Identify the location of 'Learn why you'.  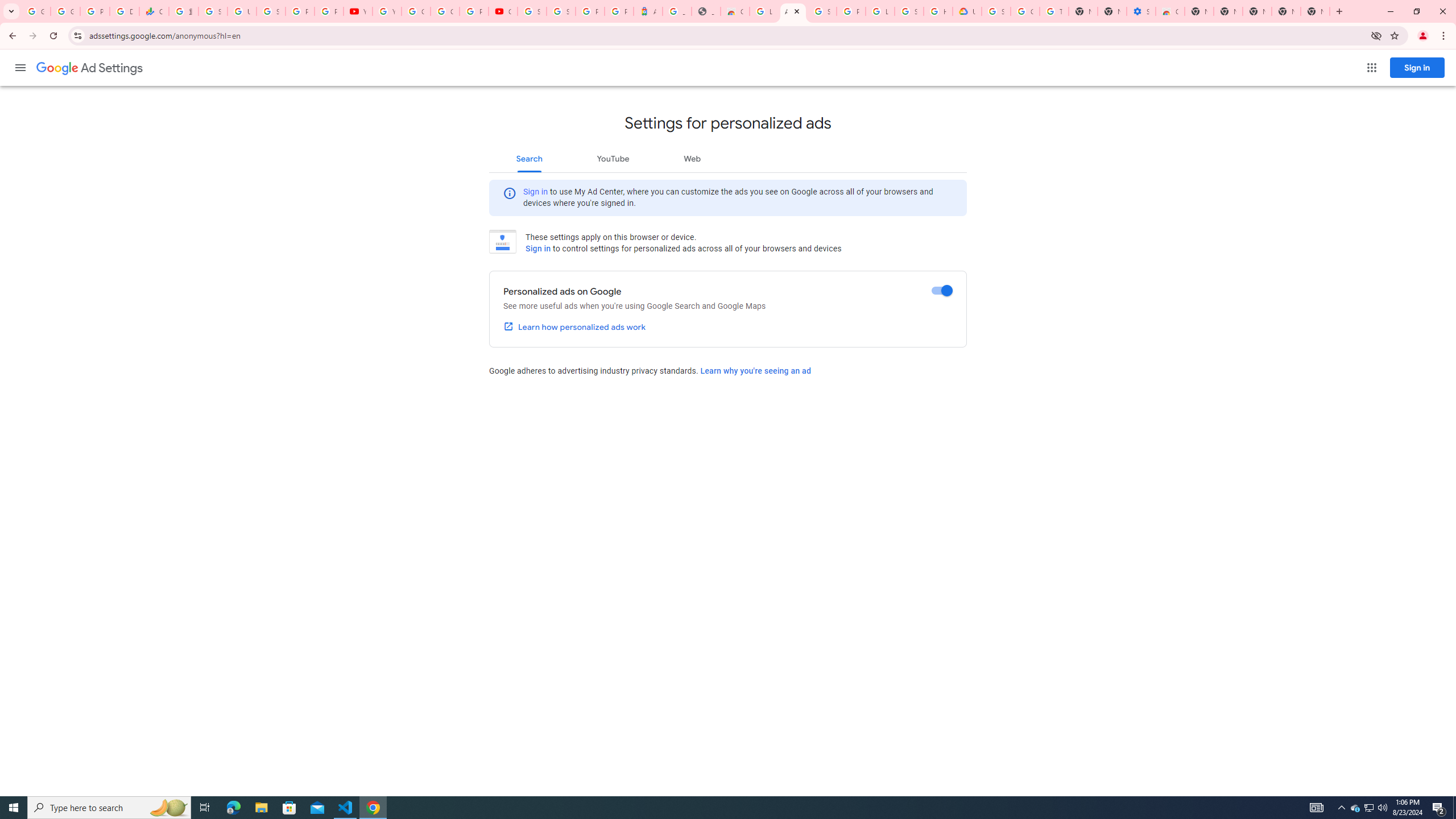
(755, 370).